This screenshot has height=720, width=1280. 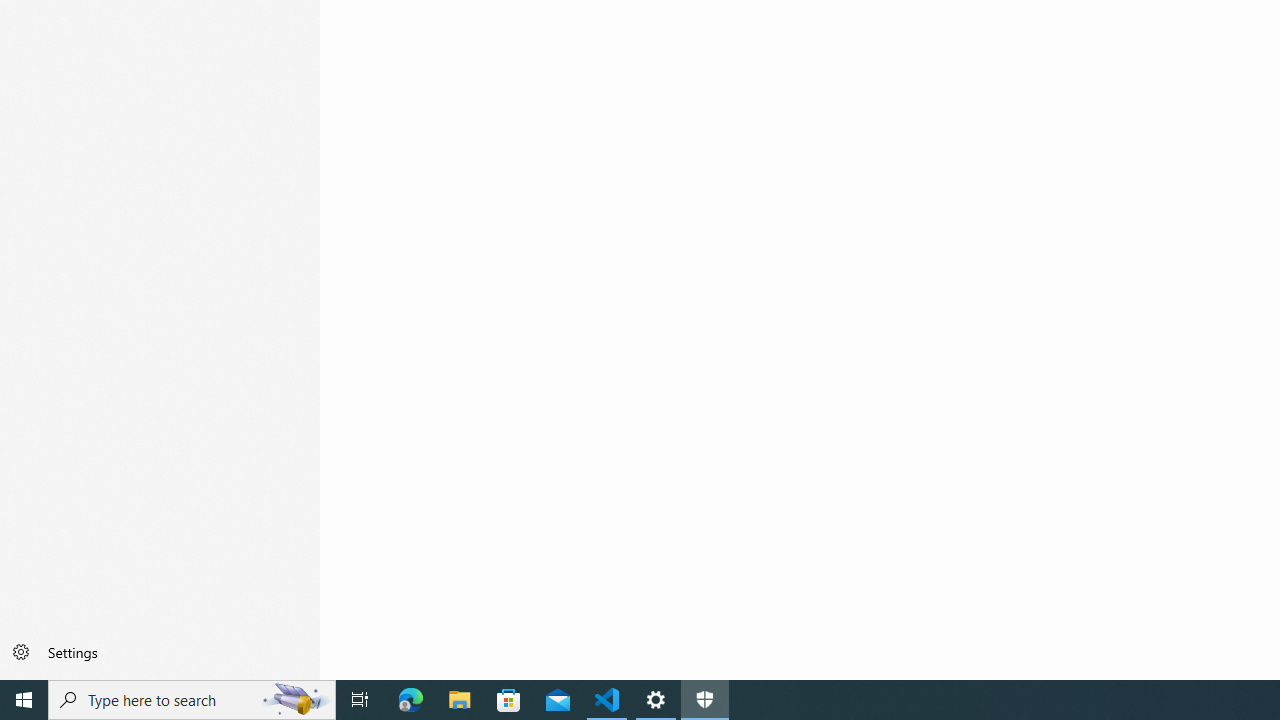 What do you see at coordinates (509, 698) in the screenshot?
I see `'Microsoft Store'` at bounding box center [509, 698].